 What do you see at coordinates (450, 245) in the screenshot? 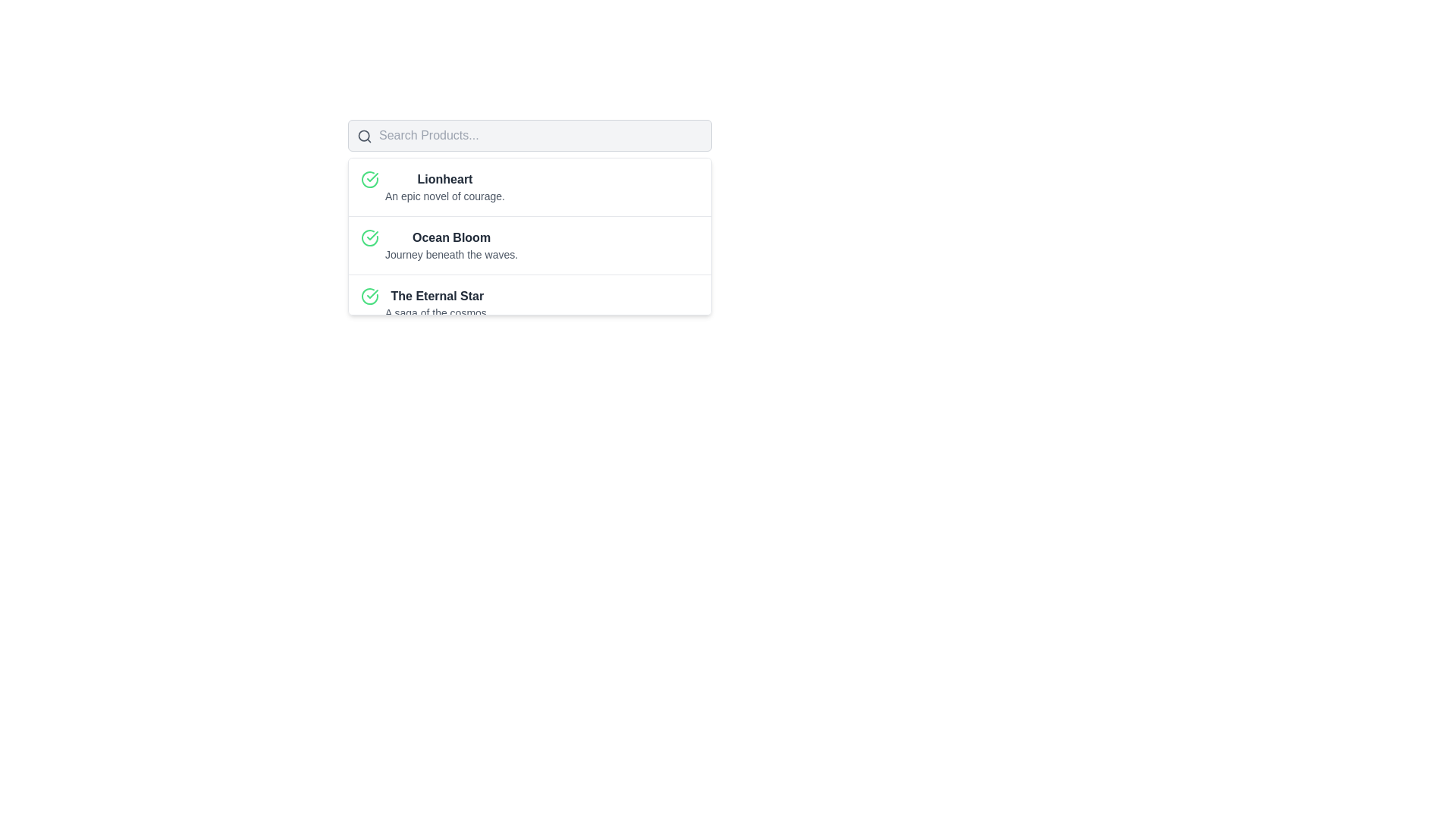
I see `the 'Ocean Bloom' text block element, which consists of two lines of text in bold dark gray and lighter gray` at bounding box center [450, 245].